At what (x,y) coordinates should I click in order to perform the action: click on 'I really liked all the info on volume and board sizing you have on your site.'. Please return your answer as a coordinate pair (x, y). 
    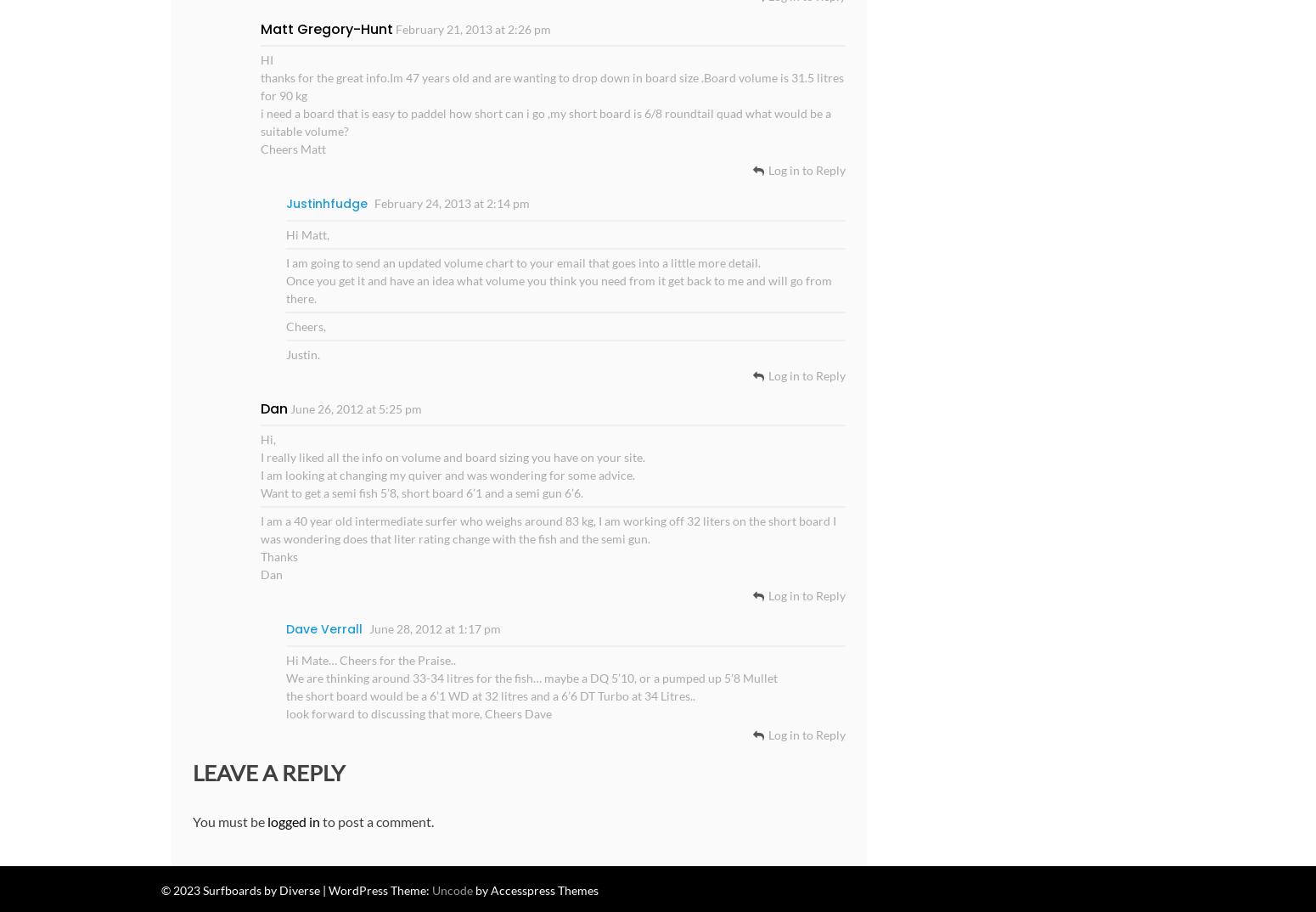
    Looking at the image, I should click on (451, 456).